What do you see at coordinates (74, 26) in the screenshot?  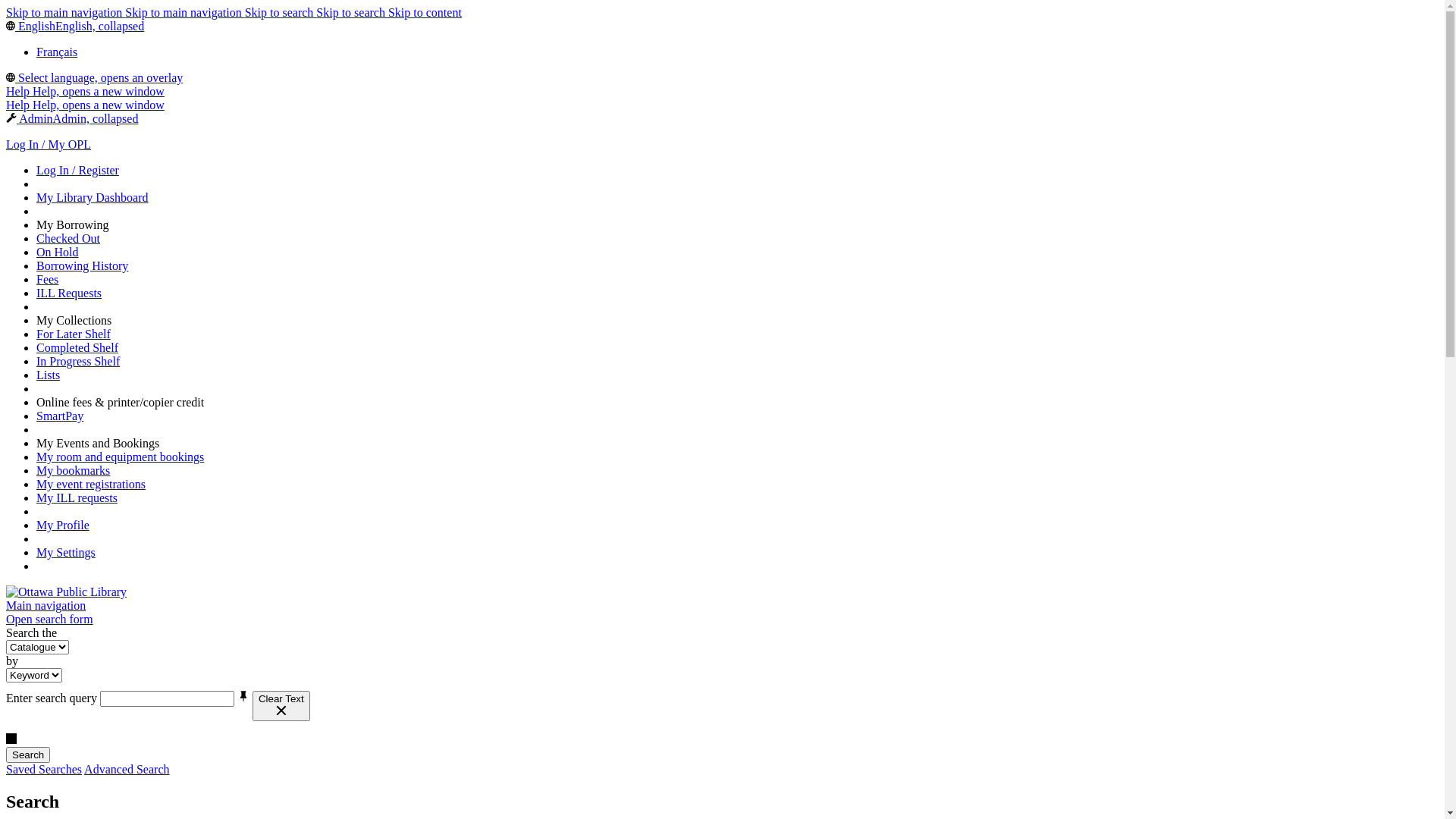 I see `'EnglishEnglish, collapsed'` at bounding box center [74, 26].